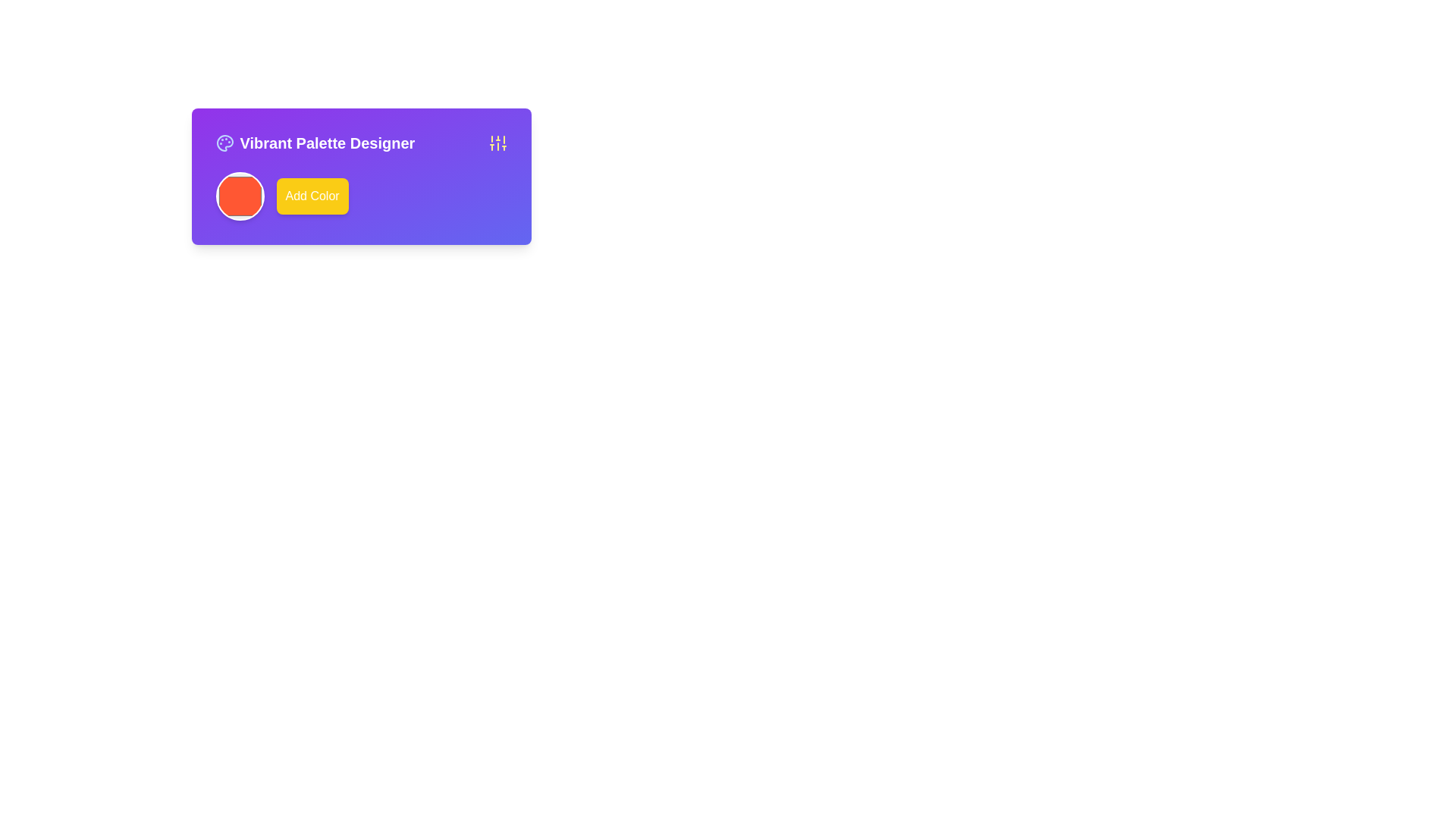  What do you see at coordinates (314, 143) in the screenshot?
I see `the static text label that serves as a title for designing color palettes, centrally positioned within a purple rectangular section at the top of the interface` at bounding box center [314, 143].